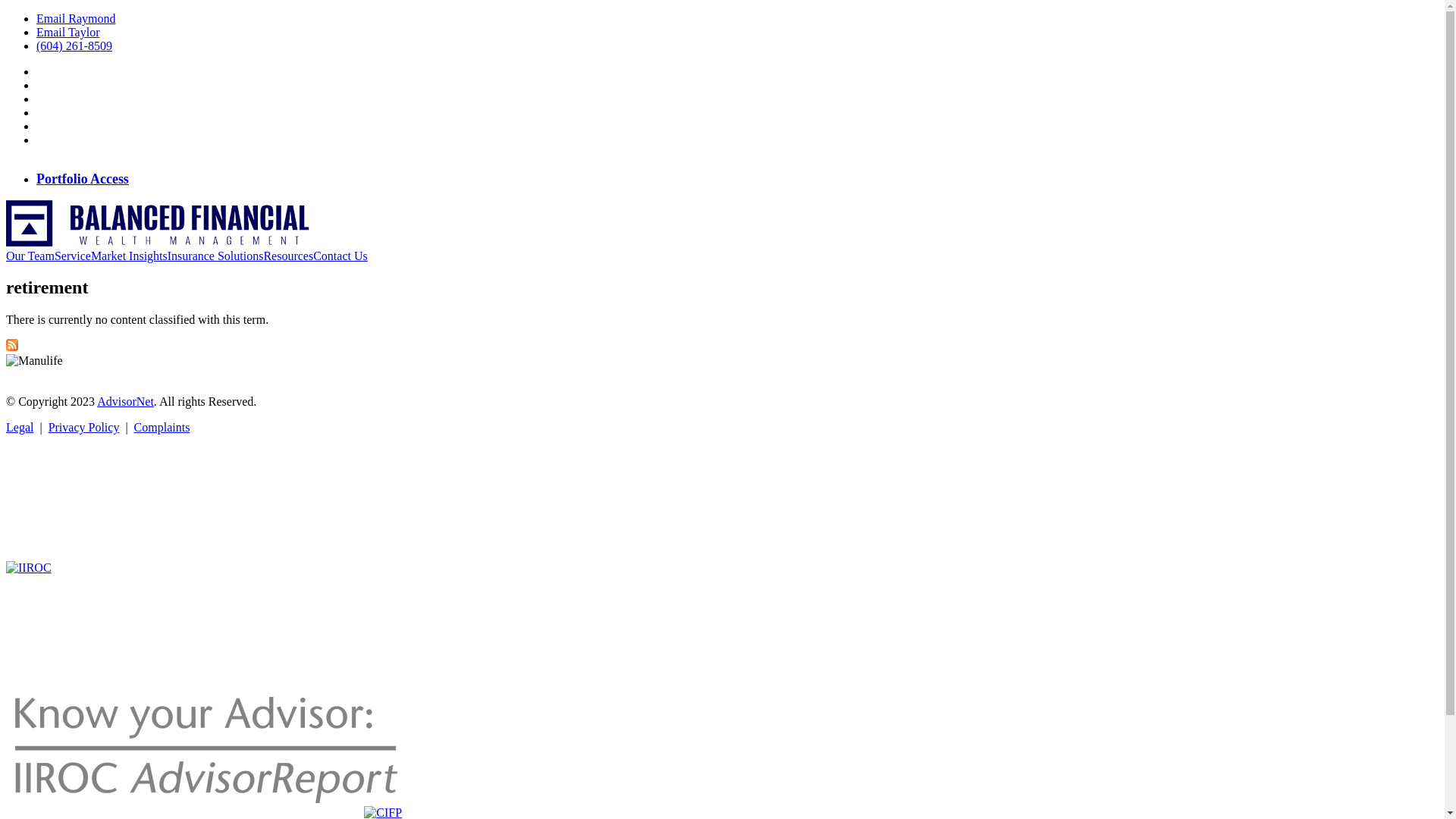 This screenshot has height=819, width=1456. I want to click on 'Email Taylor', so click(67, 32).